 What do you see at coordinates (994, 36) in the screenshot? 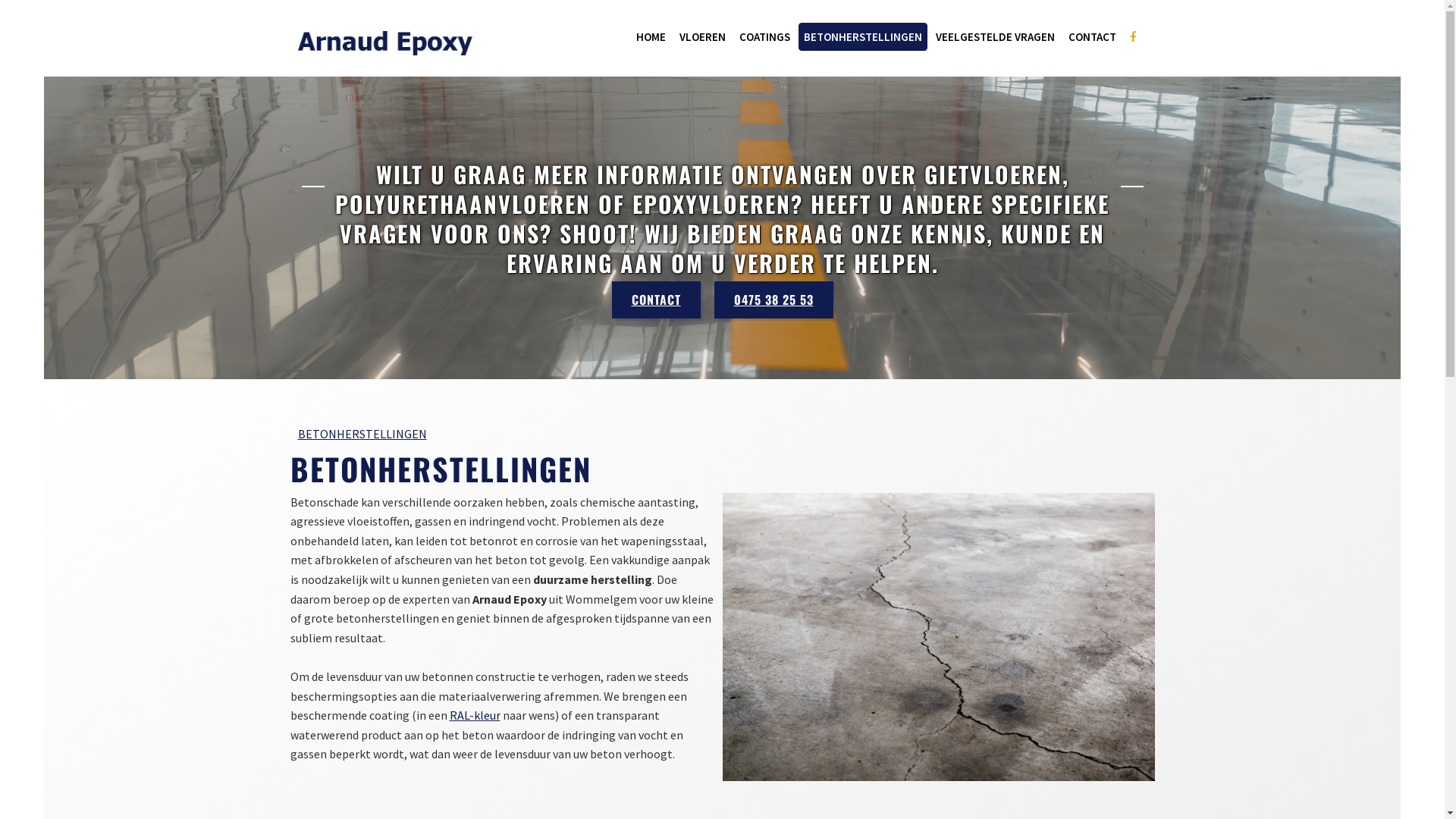
I see `'VEELGESTELDE VRAGEN'` at bounding box center [994, 36].